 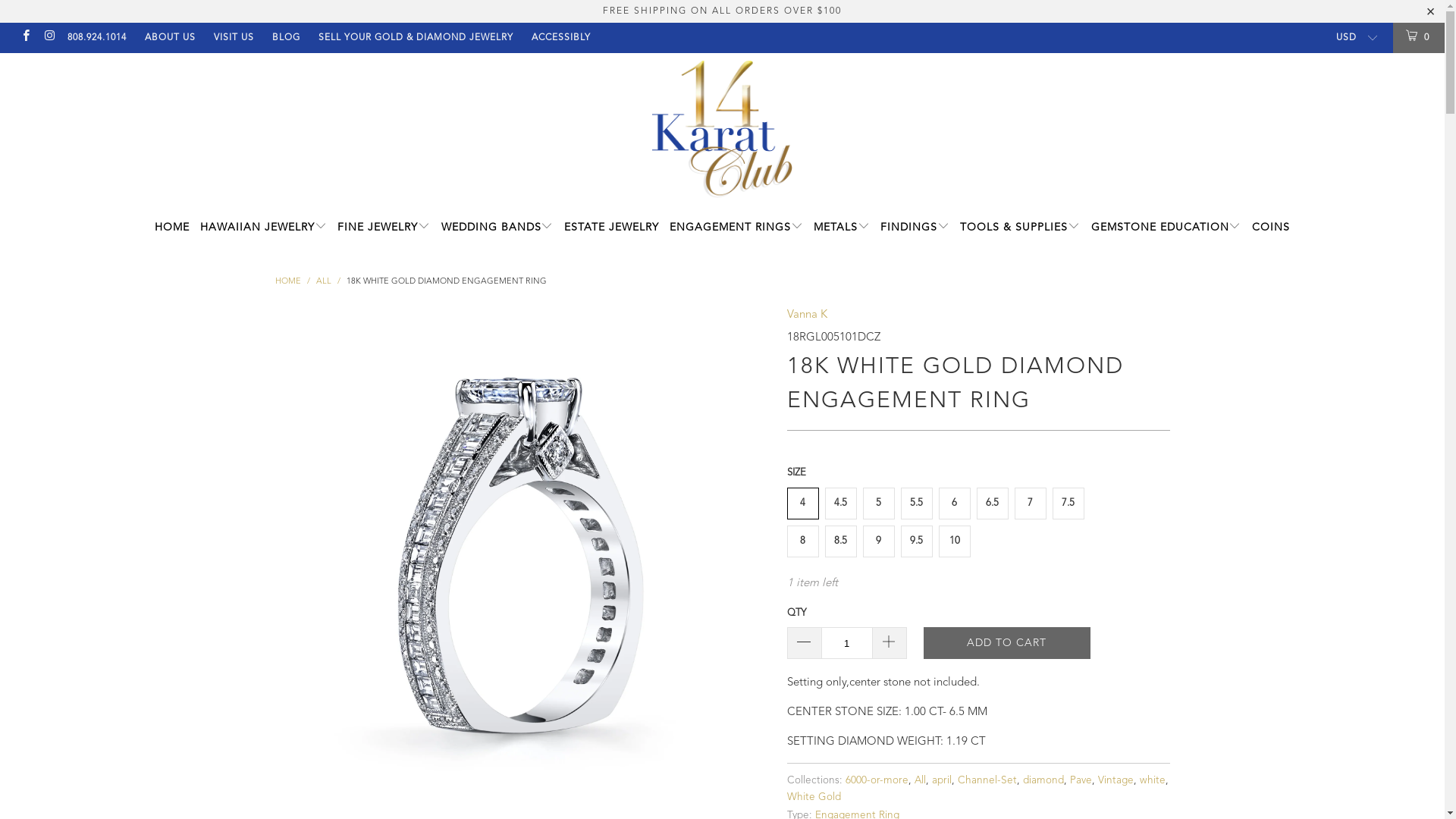 I want to click on '6000-or-more', so click(x=876, y=780).